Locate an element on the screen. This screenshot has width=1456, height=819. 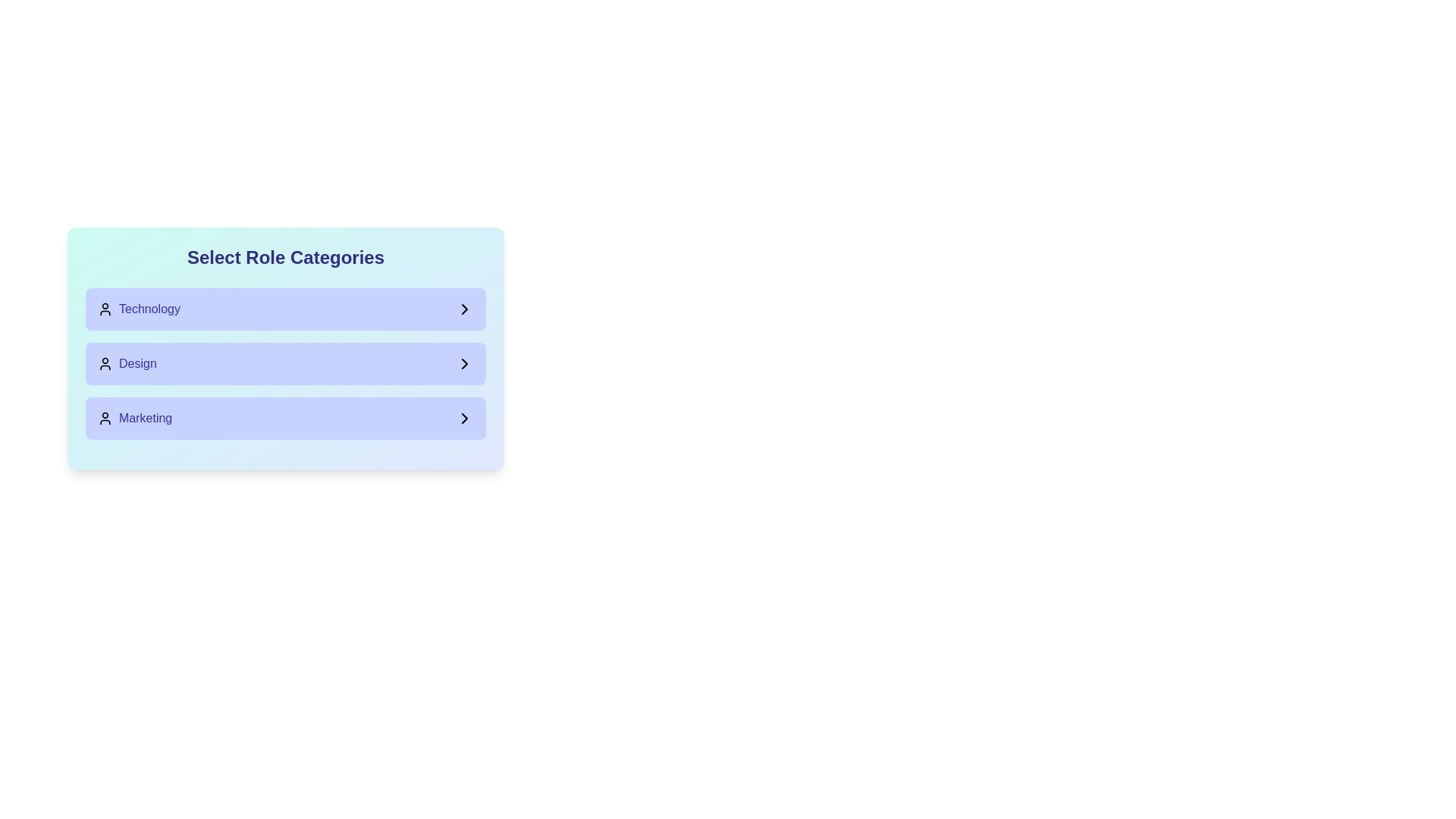
the 'Design' category button located in the middle of a vertically stacked group of entries within the 'Select Role Categories' panel using the keyboard is located at coordinates (286, 363).